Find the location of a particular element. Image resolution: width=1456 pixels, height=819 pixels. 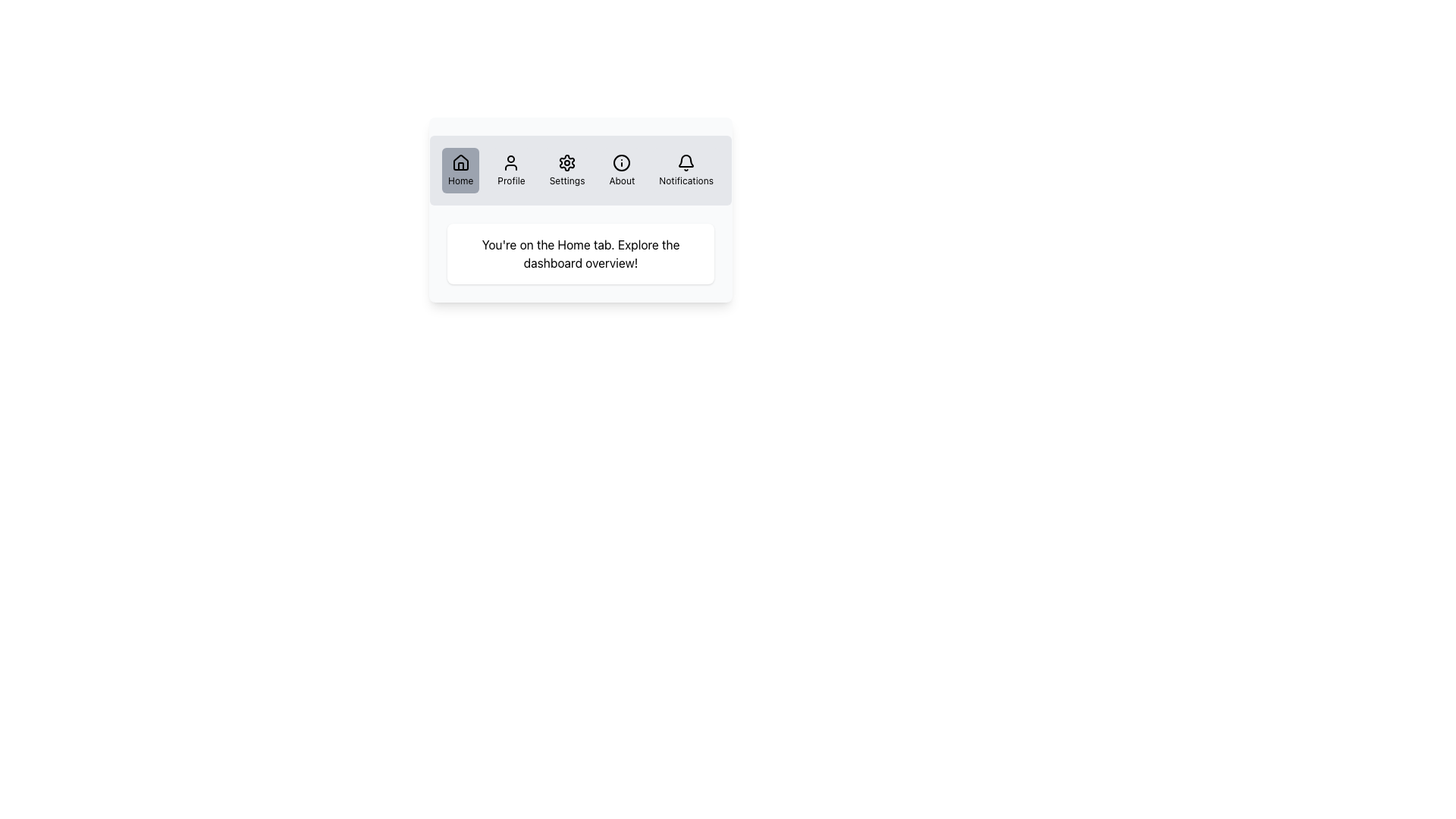

the 'Home' icon located at the center of the first button in the navigation bar is located at coordinates (460, 163).